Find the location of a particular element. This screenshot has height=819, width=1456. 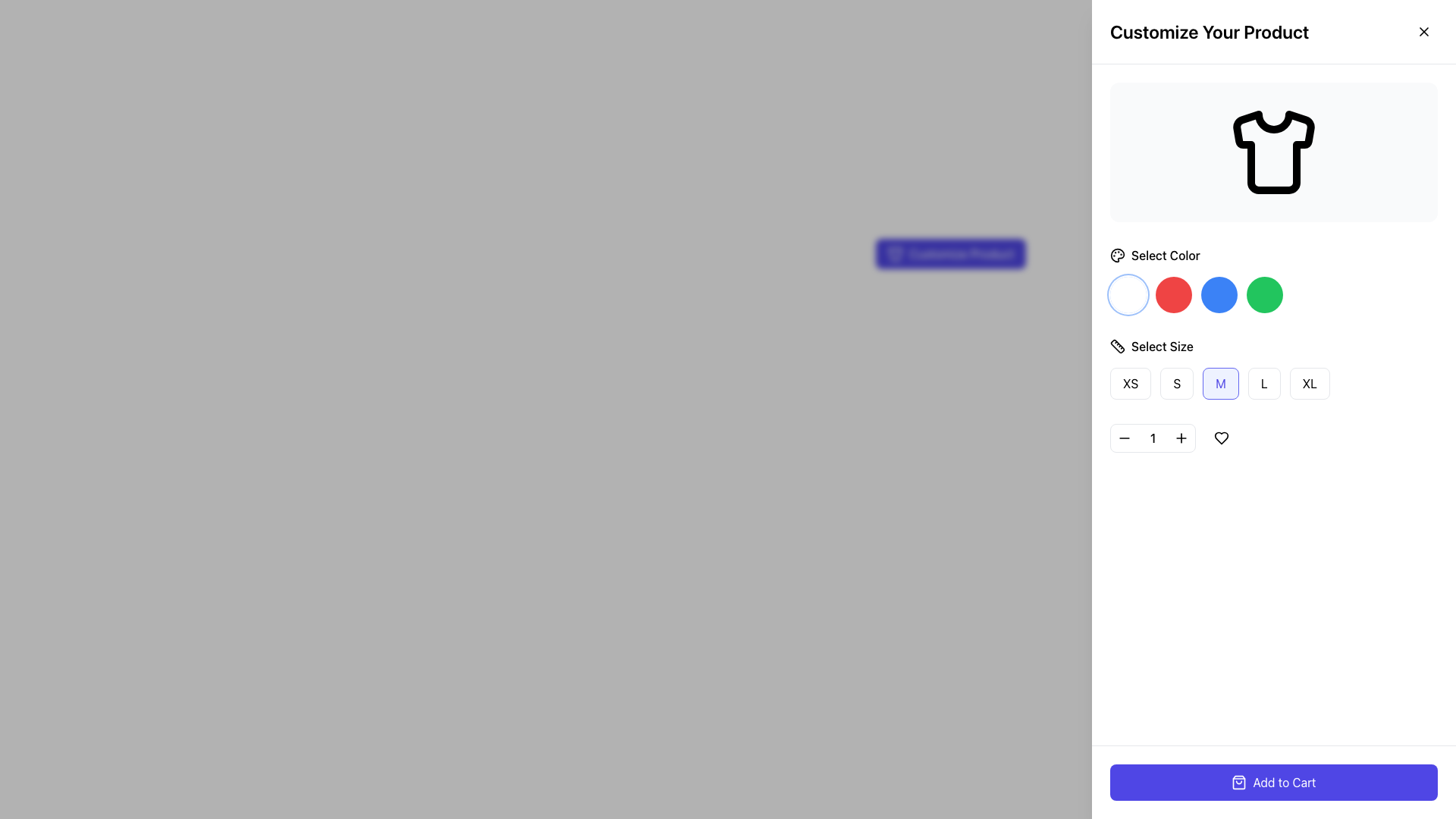

the bold primary heading displaying 'Customize Your Product', which is prominently placed at the top of the right-side panel is located at coordinates (1209, 32).